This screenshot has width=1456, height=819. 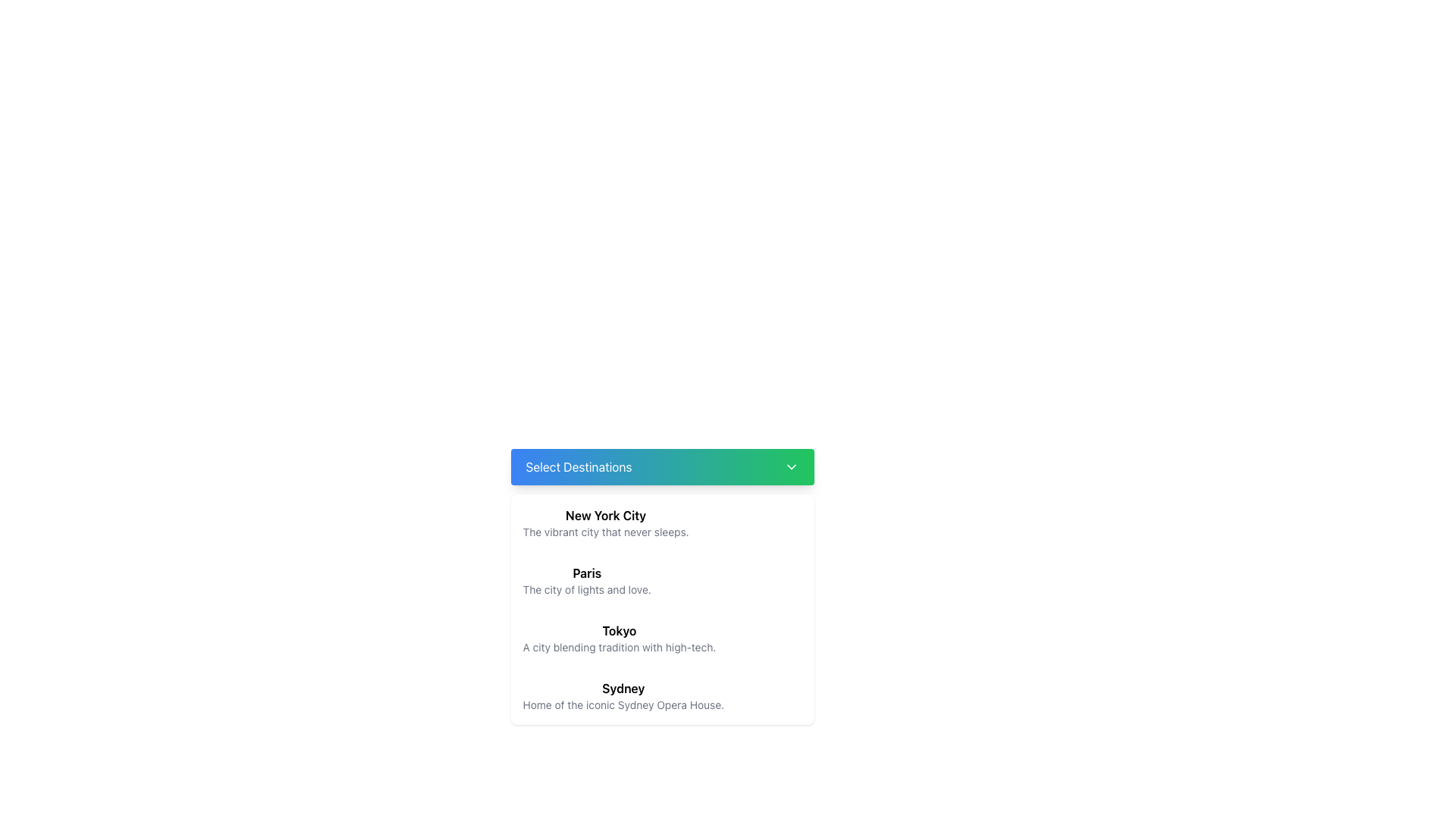 What do you see at coordinates (586, 589) in the screenshot?
I see `the small-sized, light-gray-font descriptive text containing the phrase 'The city of lights and love.' that is positioned beneath the bold 'Paris' text in the white card layout` at bounding box center [586, 589].